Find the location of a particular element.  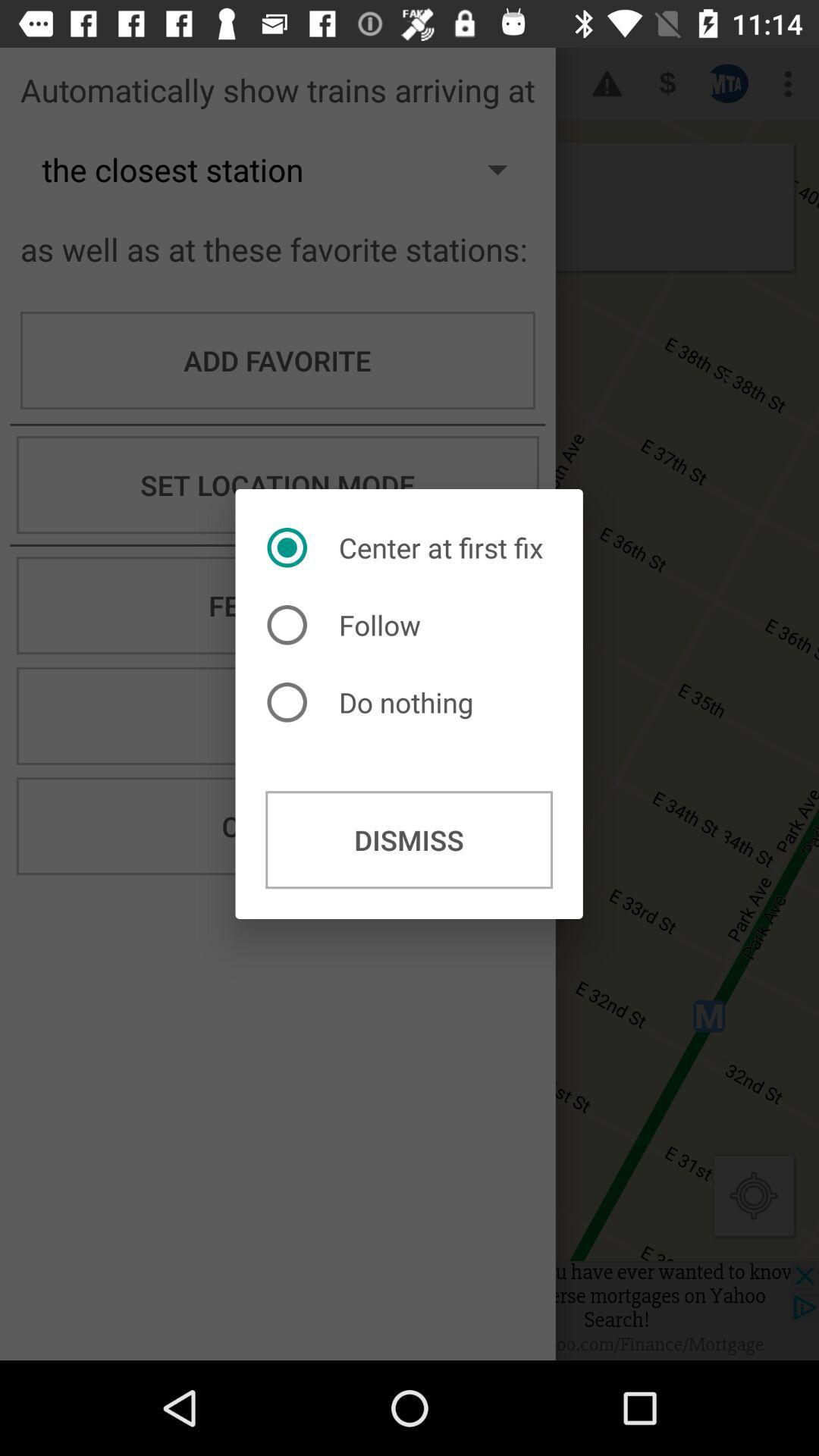

the radio button above follow icon is located at coordinates (408, 547).